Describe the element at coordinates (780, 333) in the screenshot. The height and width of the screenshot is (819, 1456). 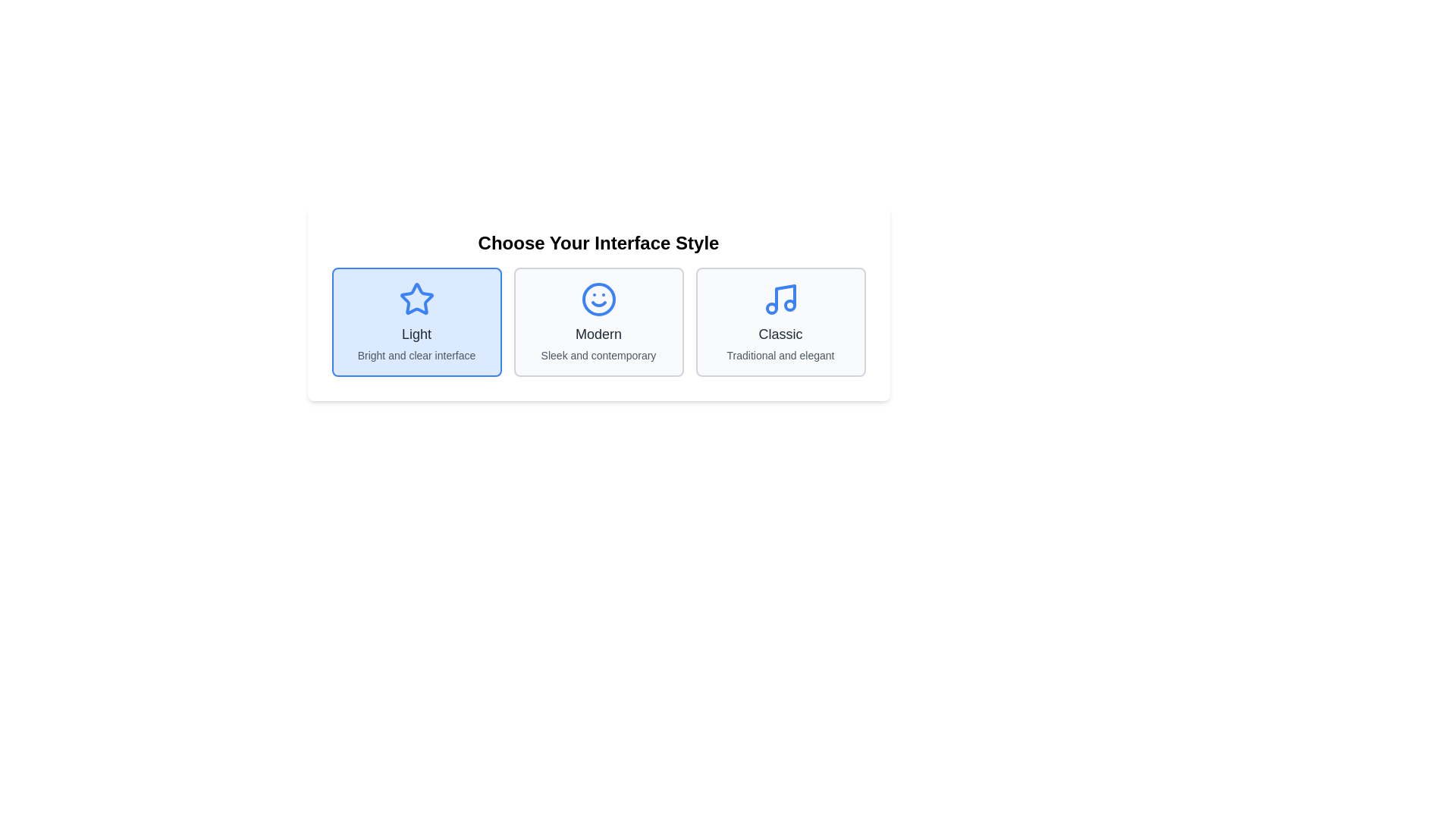
I see `the text label that displays 'Classic', which is styled in gray on a white background and located below a musical icon and above the text 'Traditional and elegant'` at that location.